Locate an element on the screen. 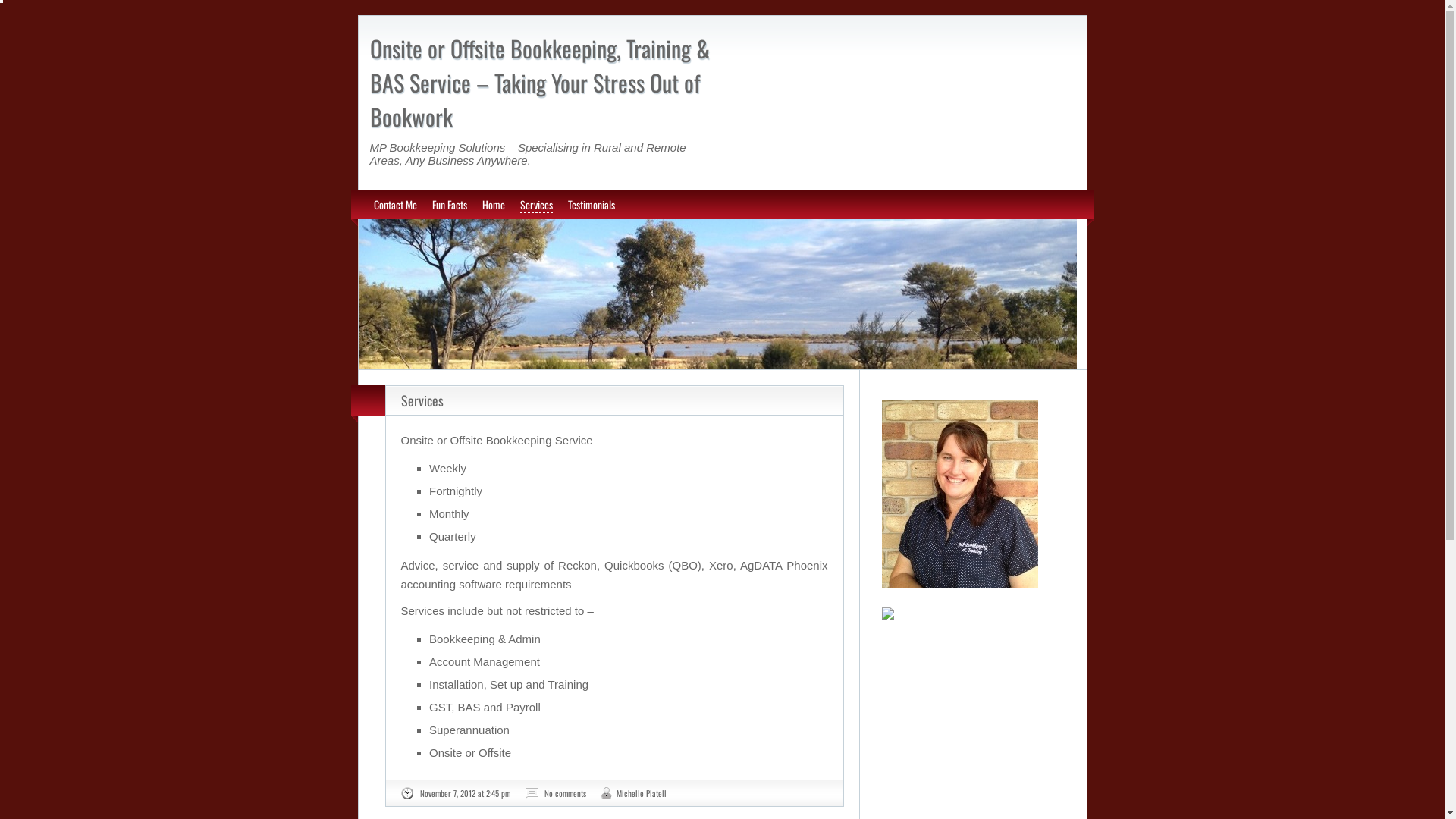  'Fun Facts' is located at coordinates (449, 203).